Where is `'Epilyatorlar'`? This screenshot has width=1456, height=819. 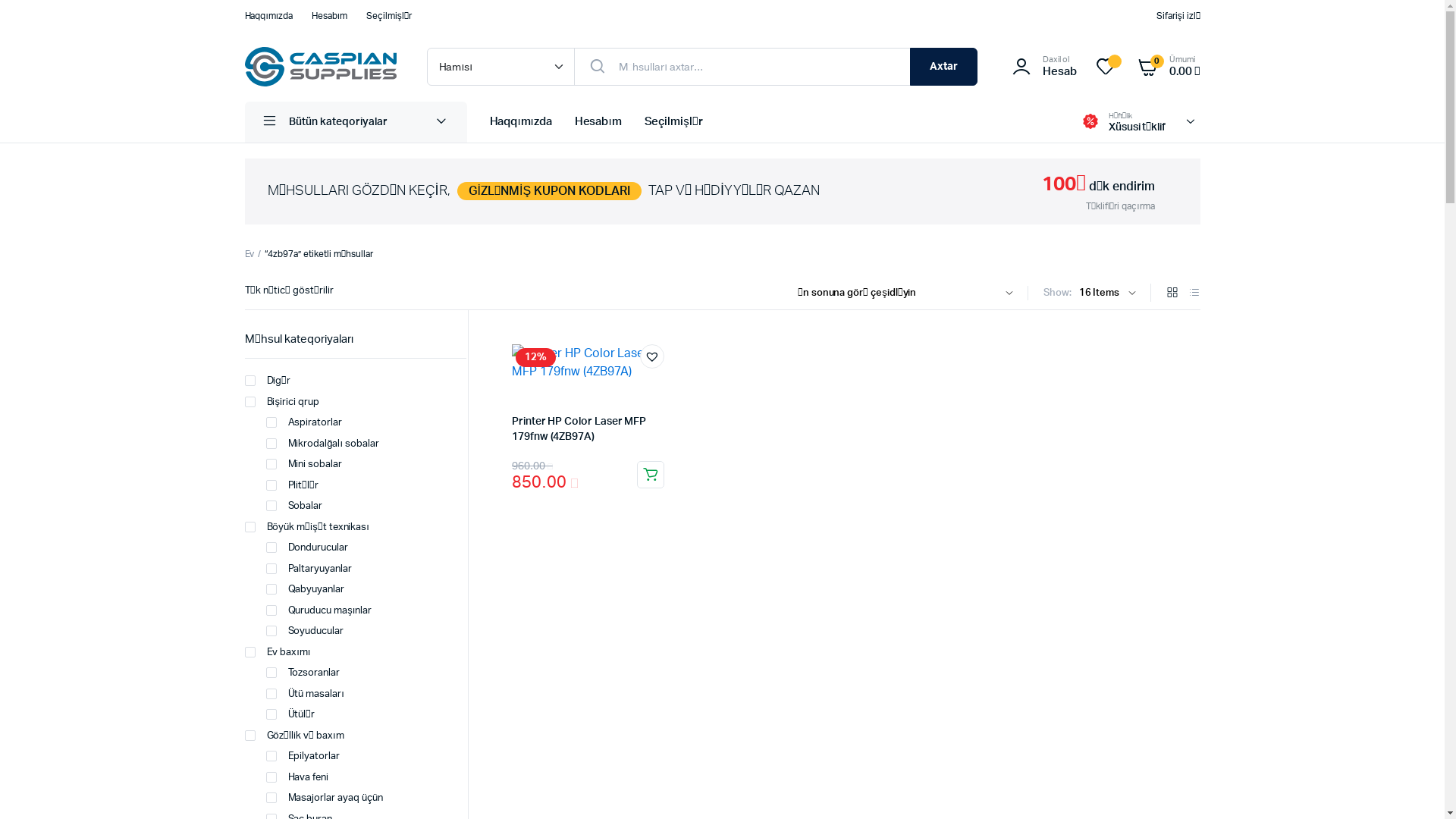 'Epilyatorlar' is located at coordinates (302, 757).